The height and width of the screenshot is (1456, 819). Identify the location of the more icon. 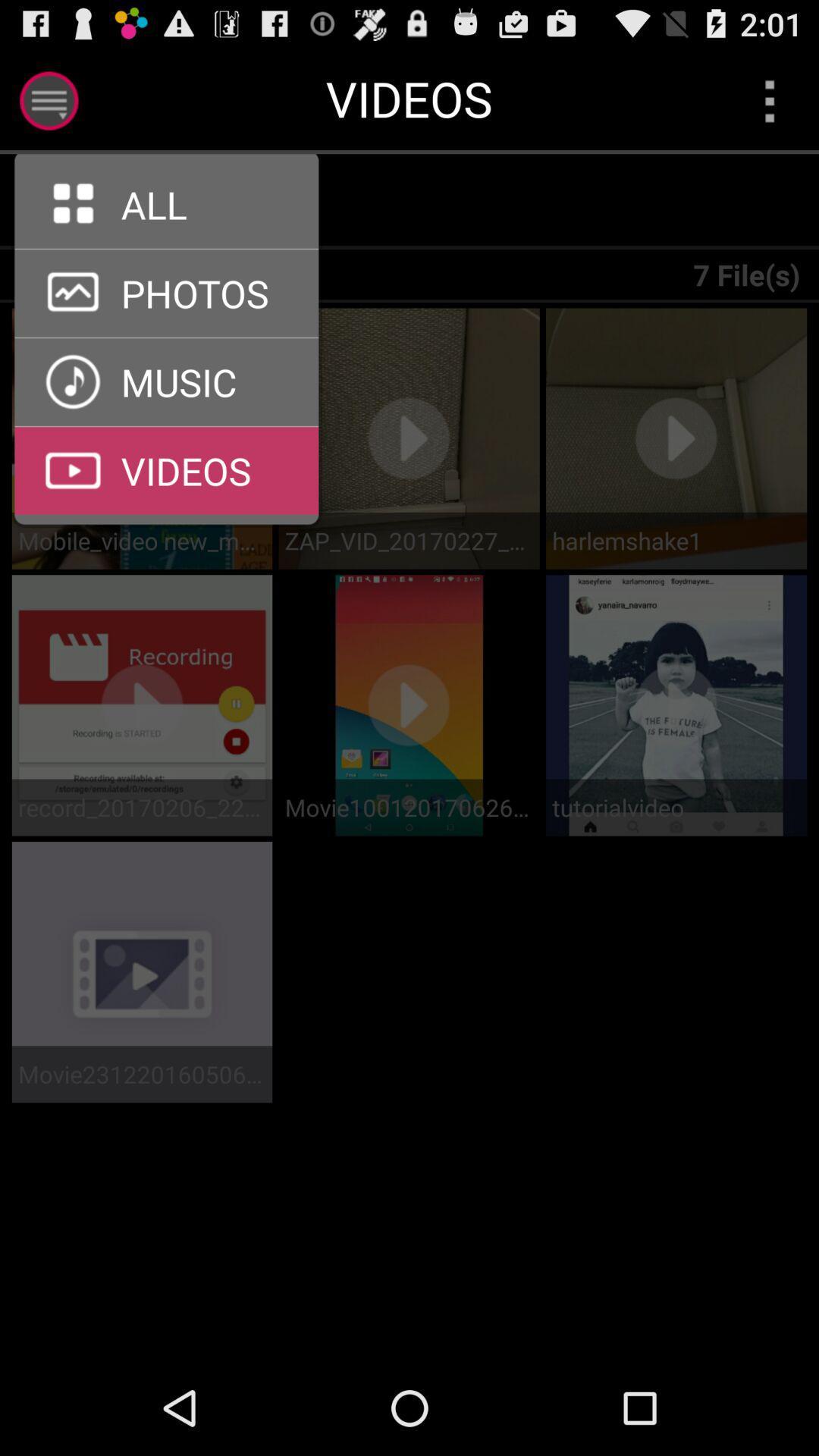
(770, 107).